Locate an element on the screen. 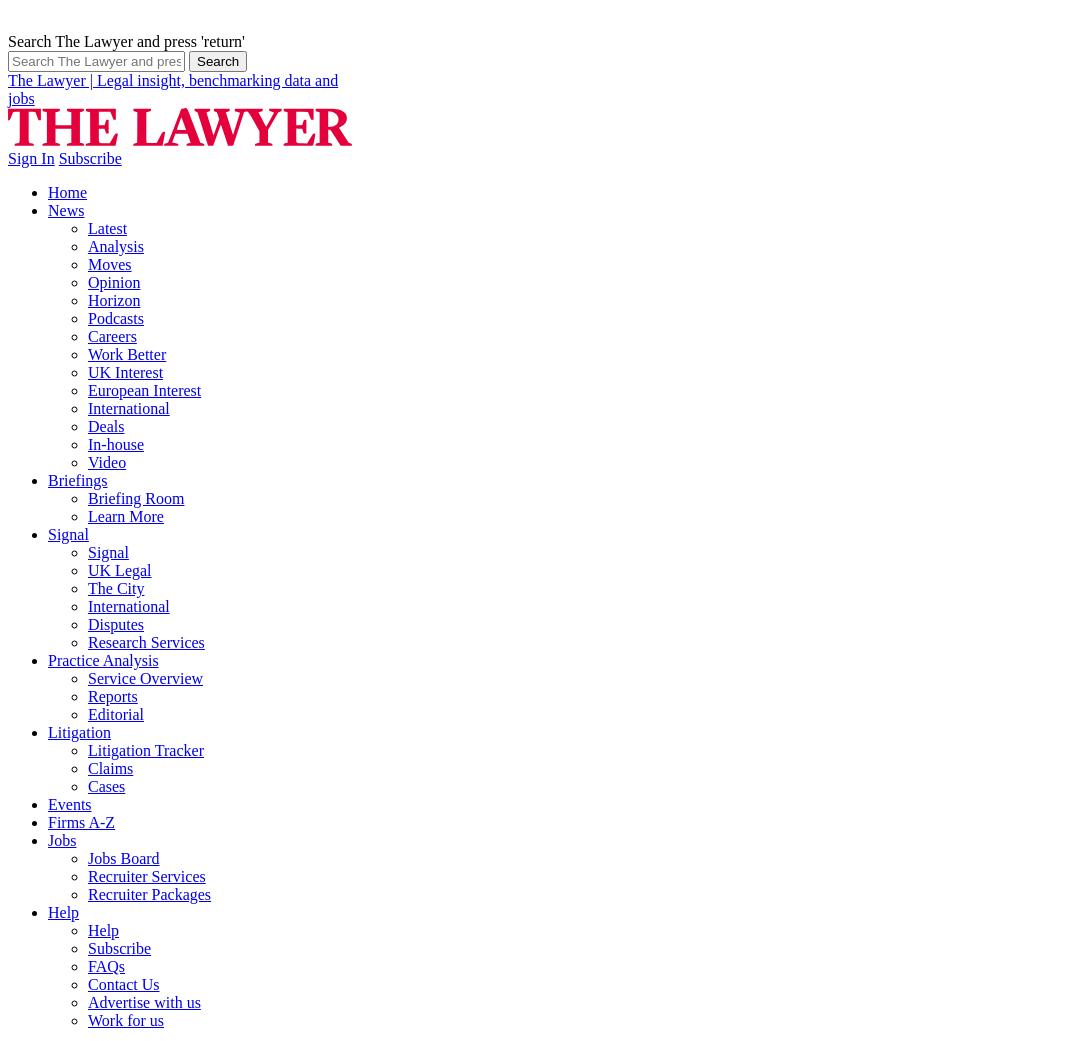 The width and height of the screenshot is (1089, 1041). 'In-house' is located at coordinates (115, 442).